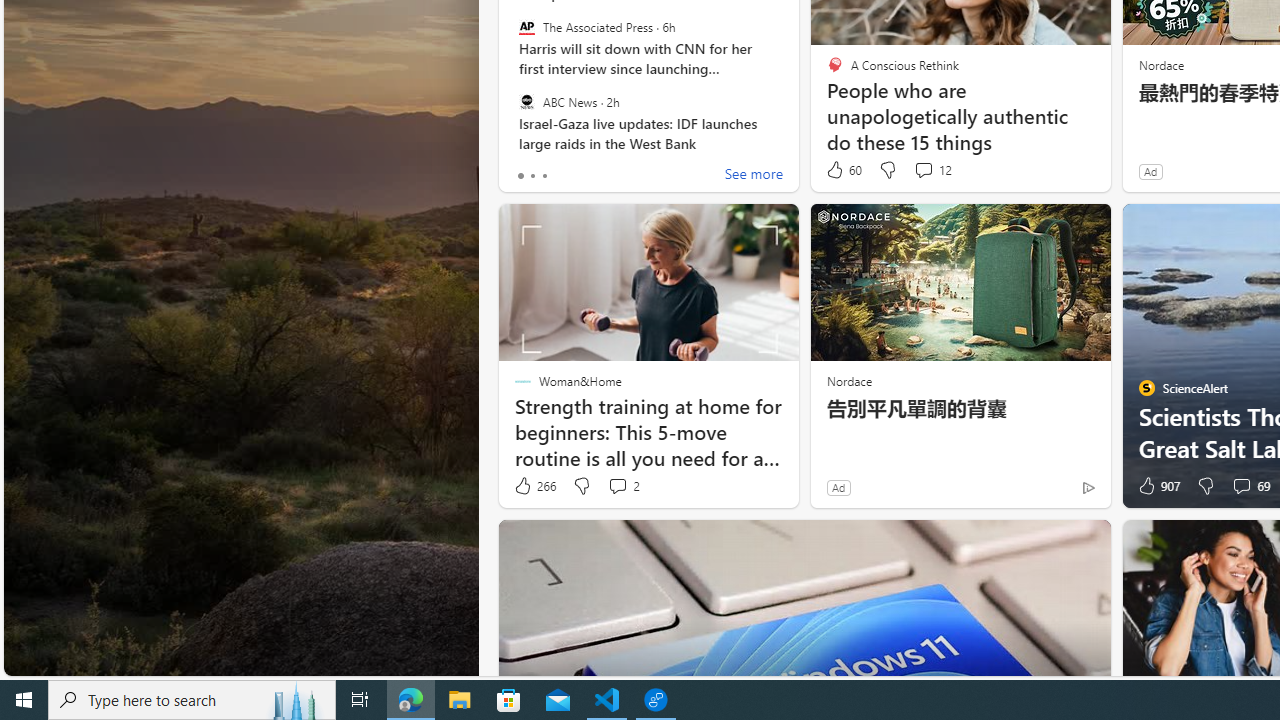 The height and width of the screenshot is (720, 1280). Describe the element at coordinates (922, 168) in the screenshot. I see `'View comments 12 Comment'` at that location.